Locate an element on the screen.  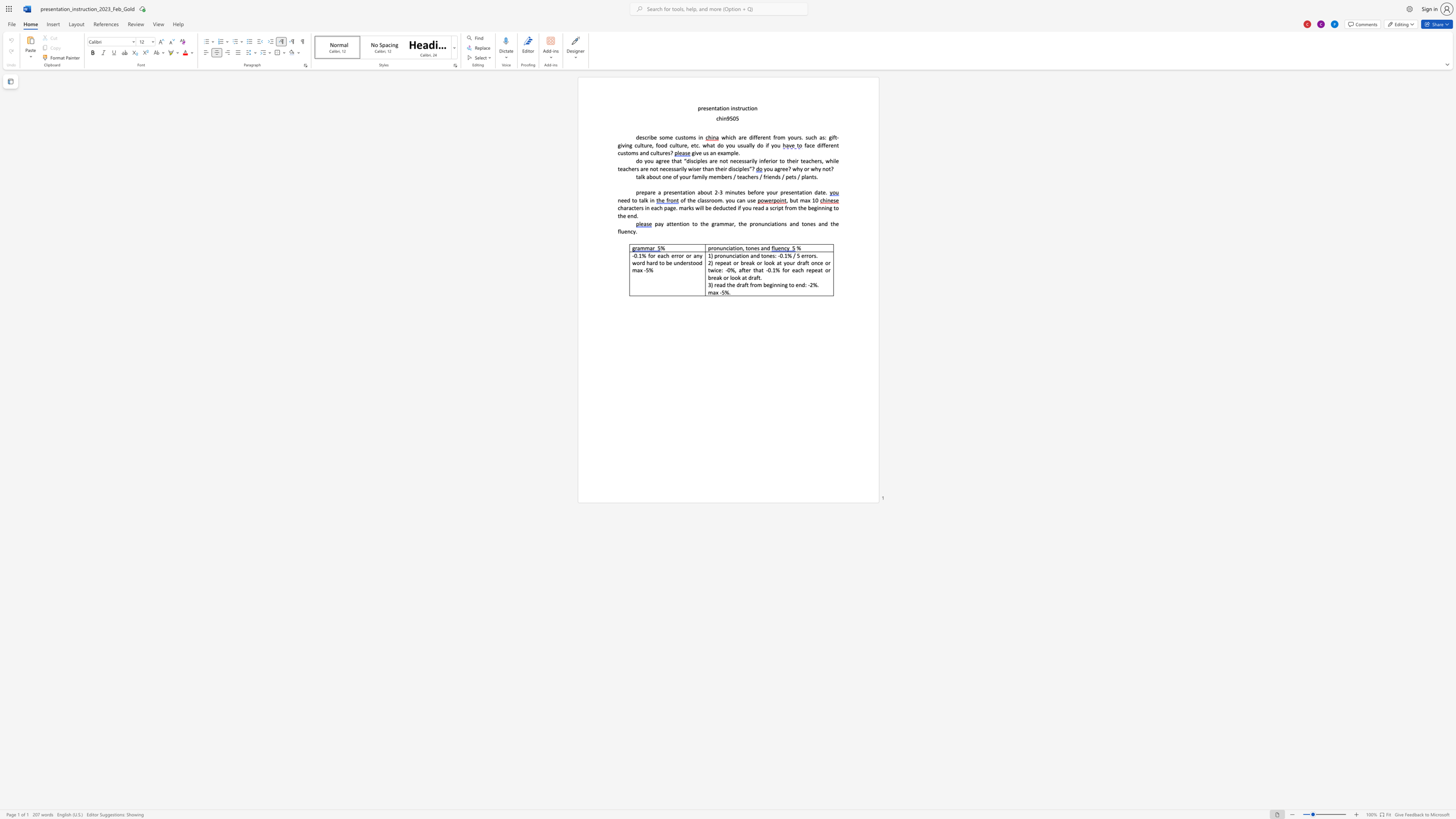
the 2th character "c" in the text is located at coordinates (676, 137).